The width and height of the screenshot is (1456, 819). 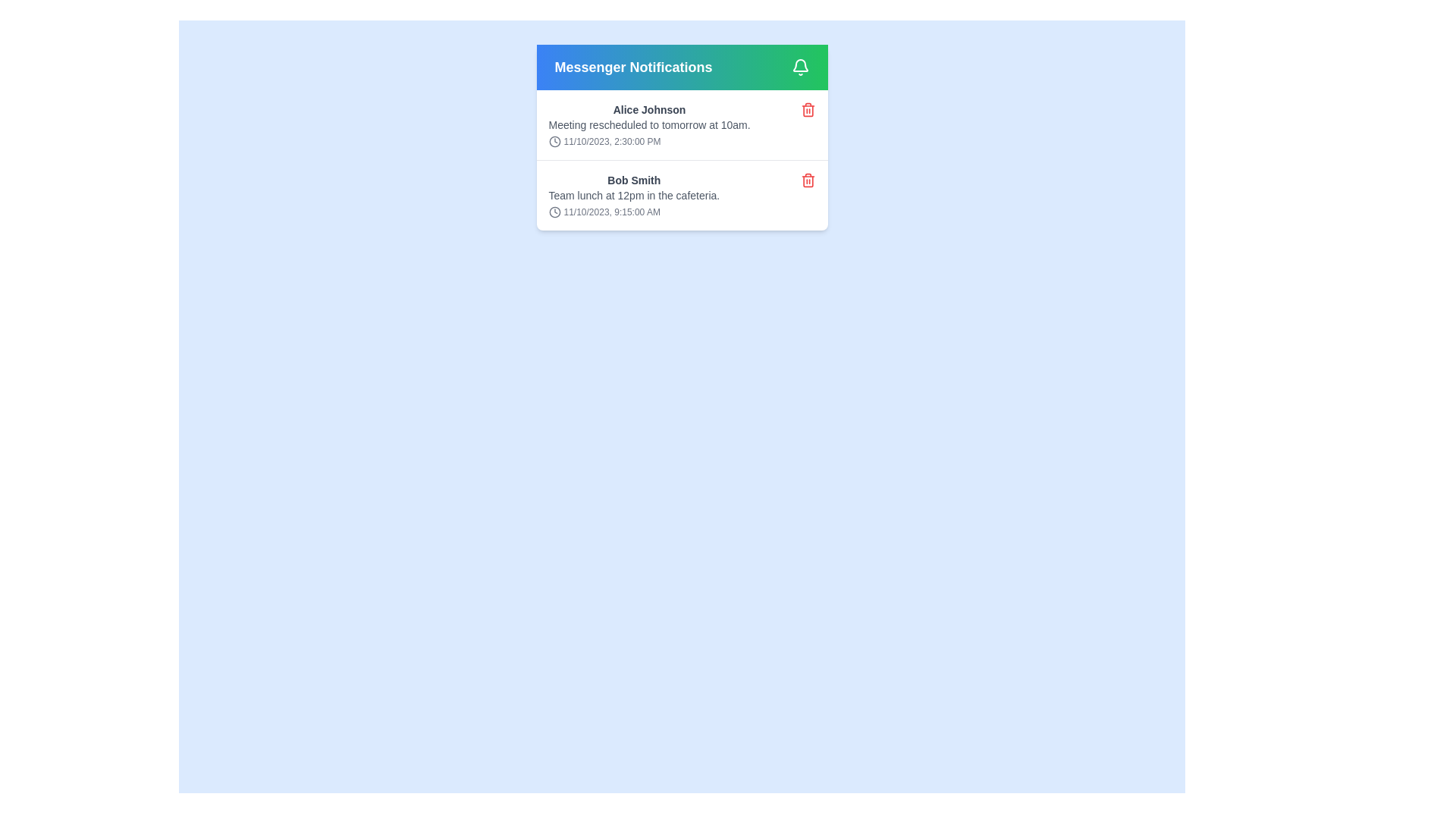 I want to click on the delete button for the notification about 'Bob Smith', which is represented by a small red trash can icon located on the right side of the notification, so click(x=807, y=180).